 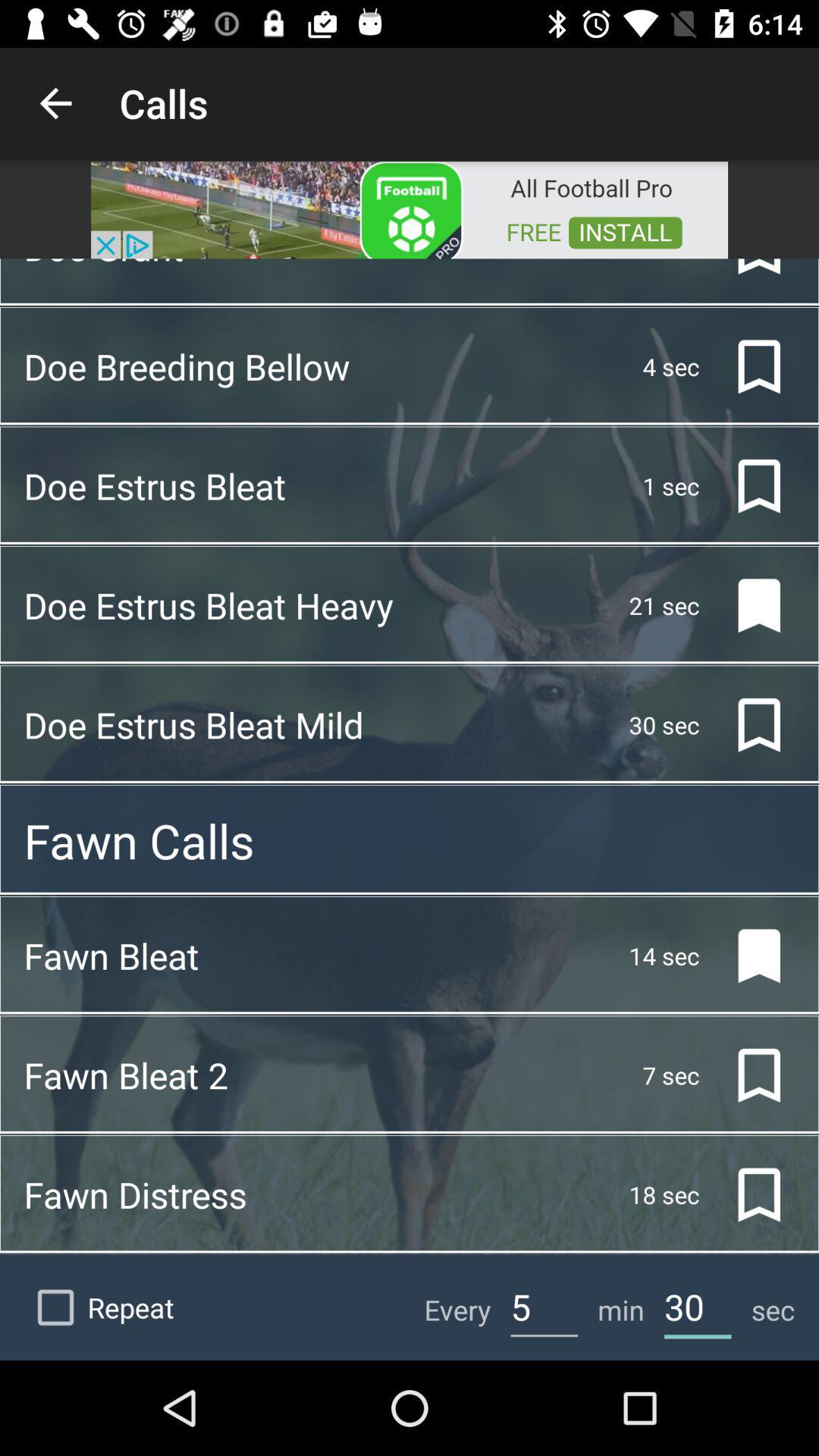 I want to click on the bookmark icon, so click(x=746, y=486).